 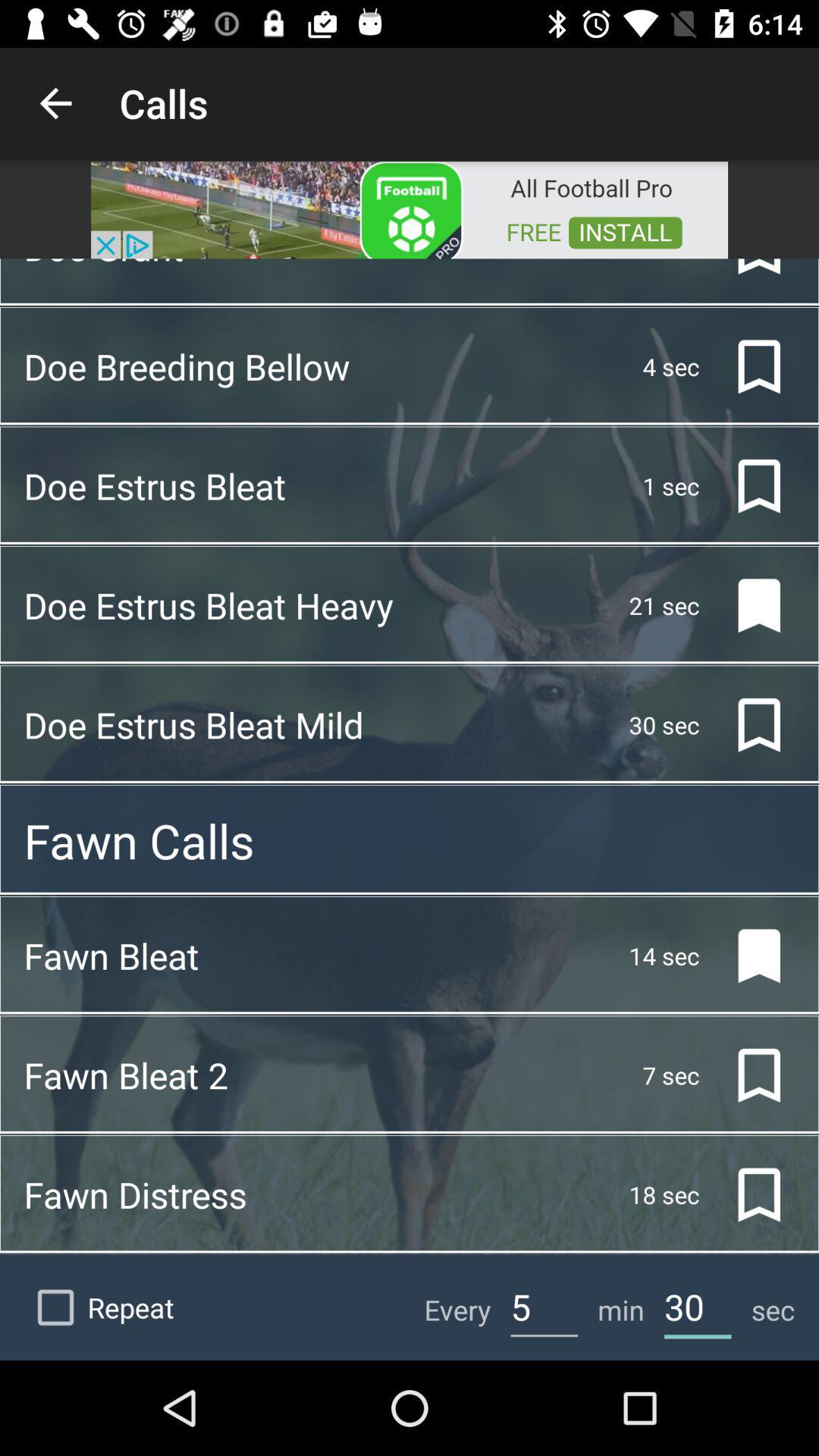 I want to click on the bookmark icon, so click(x=746, y=486).